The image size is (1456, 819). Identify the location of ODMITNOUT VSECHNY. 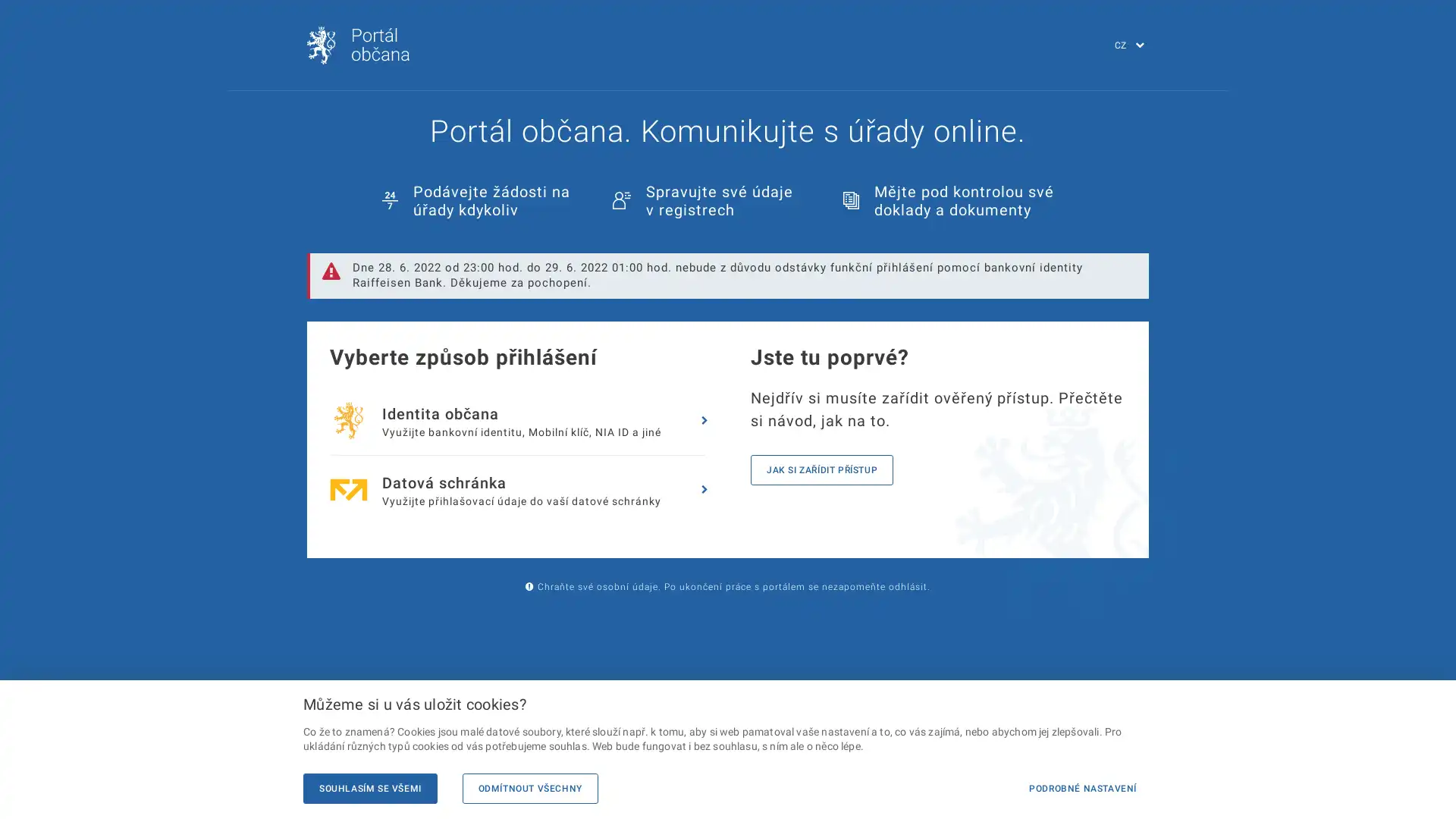
(529, 788).